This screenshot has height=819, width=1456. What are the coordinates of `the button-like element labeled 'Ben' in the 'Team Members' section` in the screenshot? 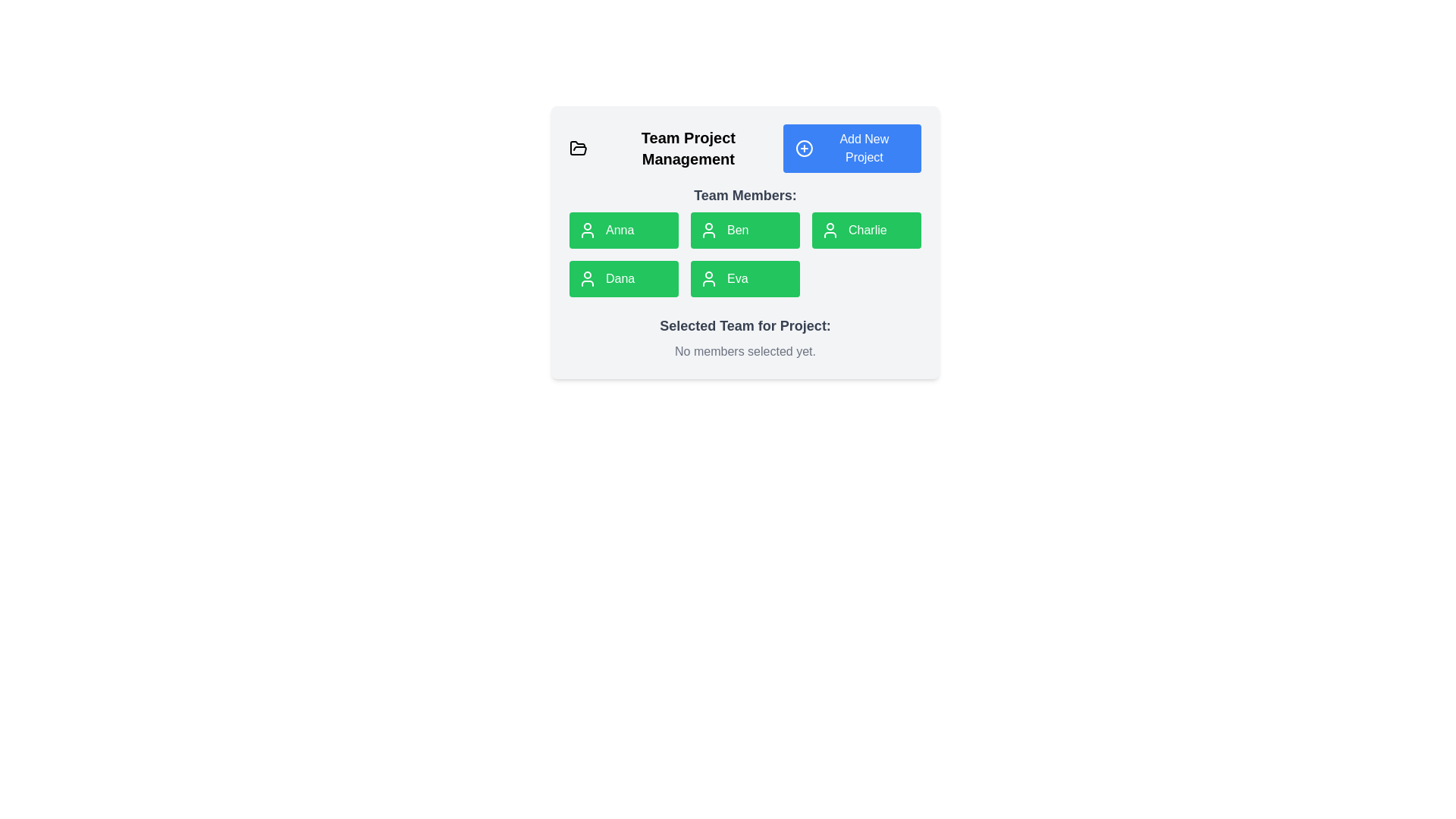 It's located at (745, 242).